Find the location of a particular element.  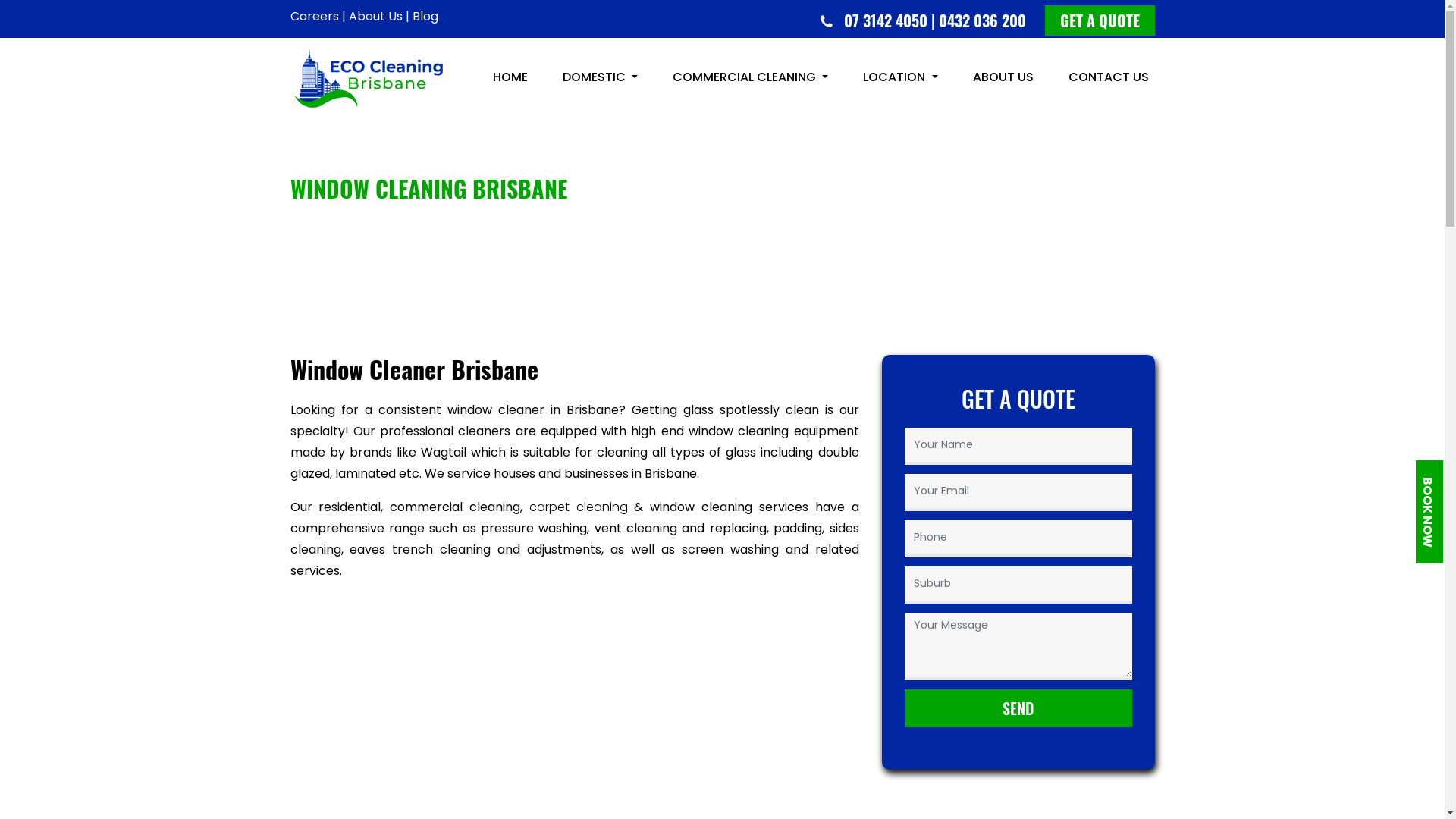

'Blog' is located at coordinates (425, 16).